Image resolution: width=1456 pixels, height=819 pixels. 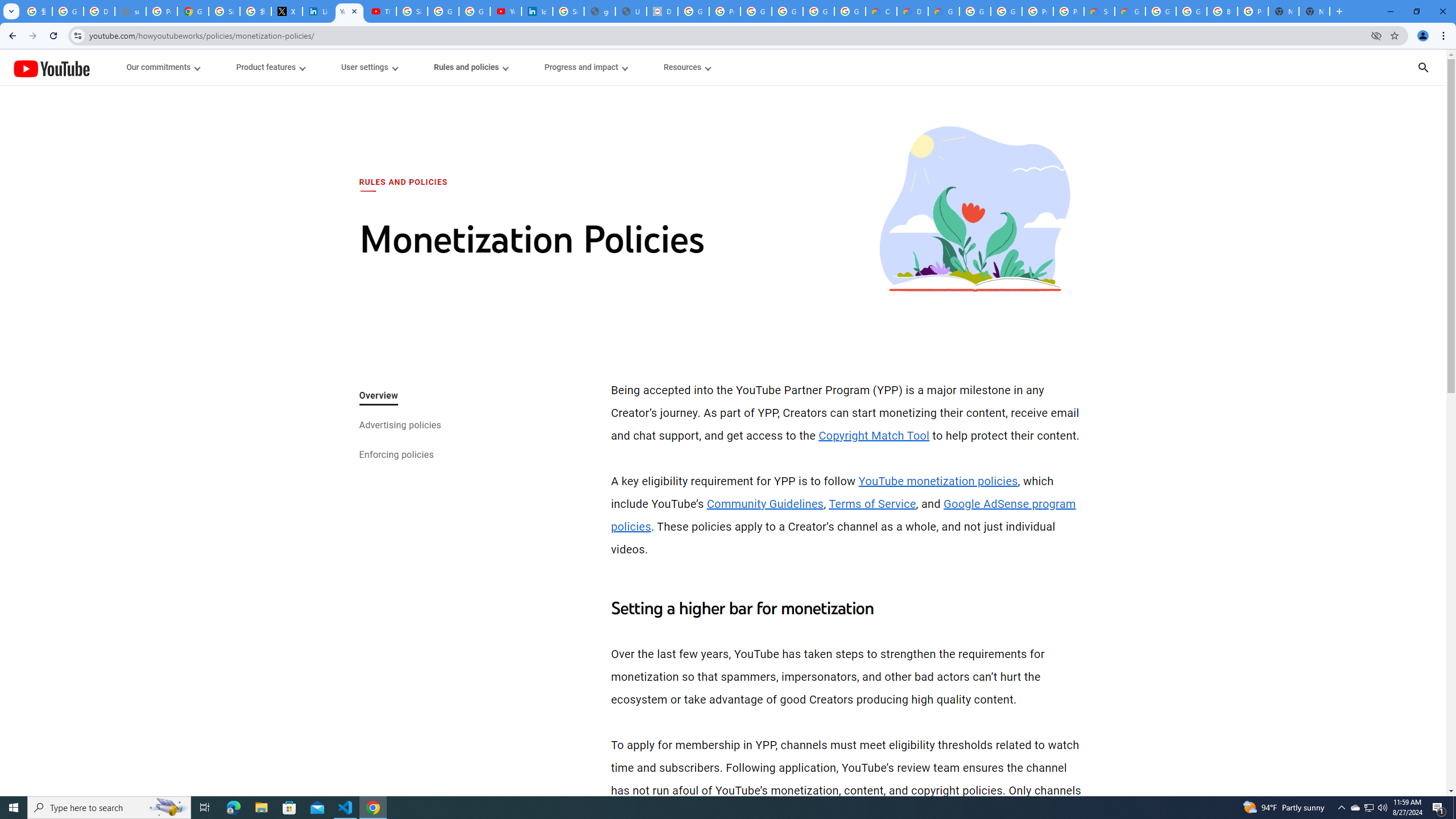 I want to click on 'Product features menupopup', so click(x=269, y=67).